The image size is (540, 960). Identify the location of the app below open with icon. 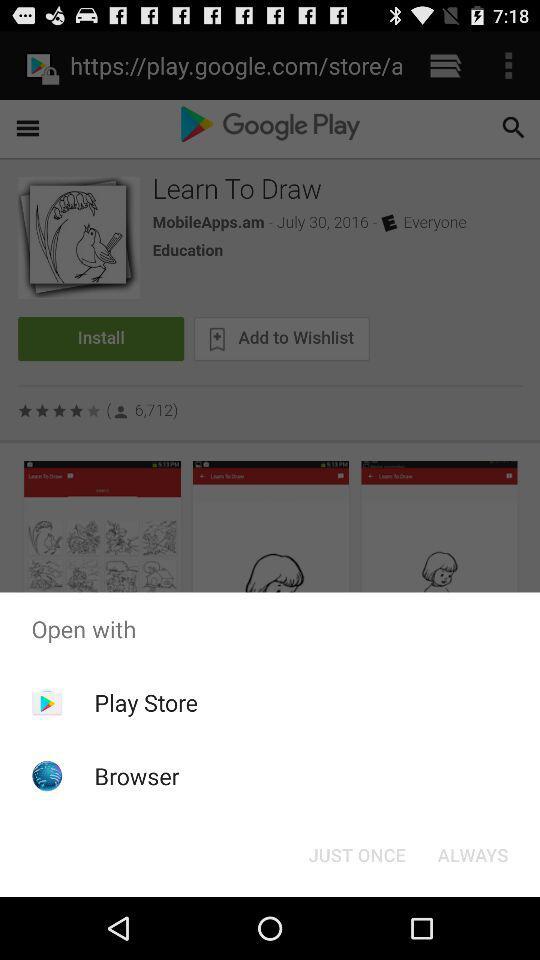
(472, 853).